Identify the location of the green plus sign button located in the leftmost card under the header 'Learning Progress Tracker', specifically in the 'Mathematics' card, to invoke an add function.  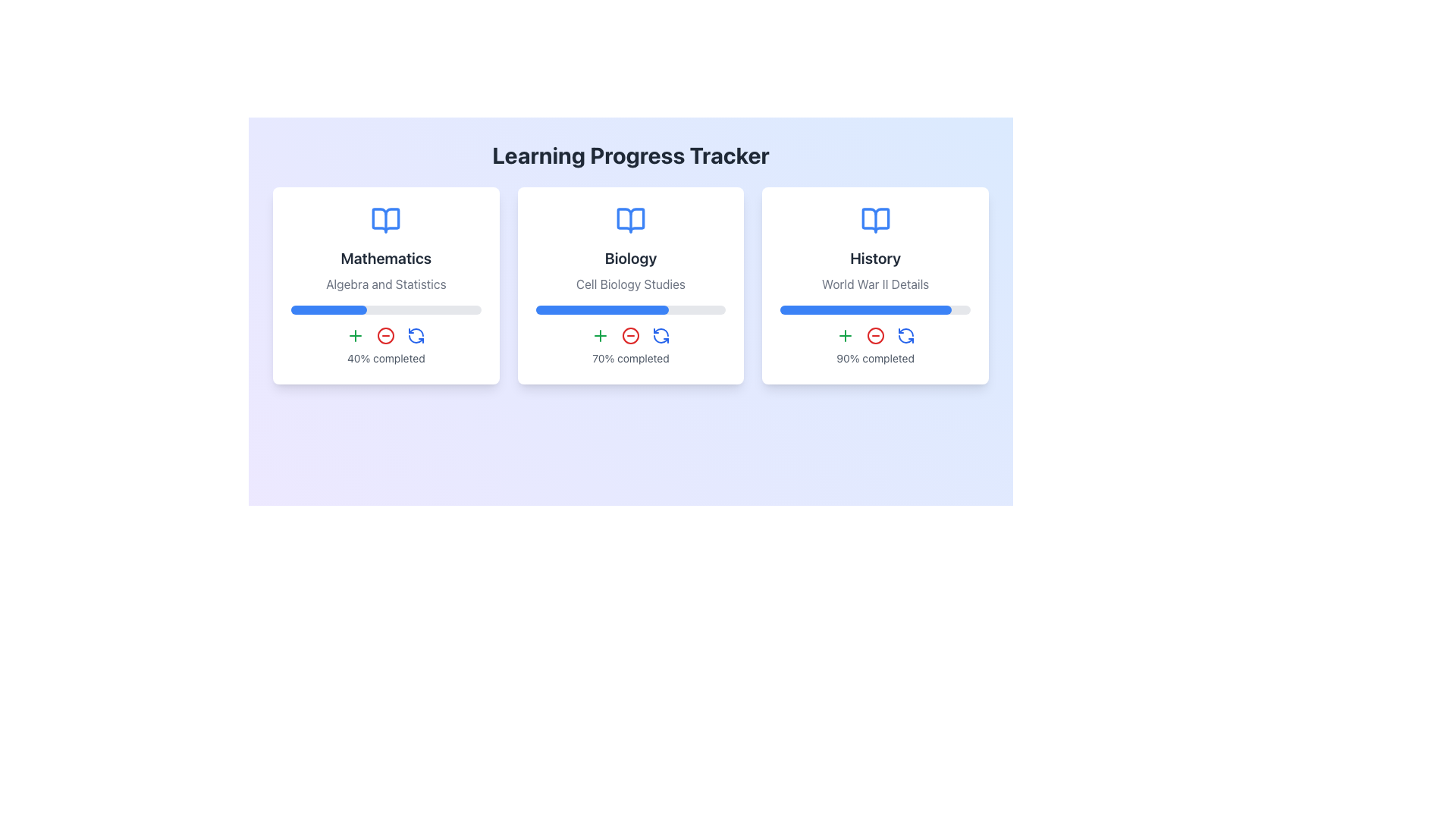
(355, 335).